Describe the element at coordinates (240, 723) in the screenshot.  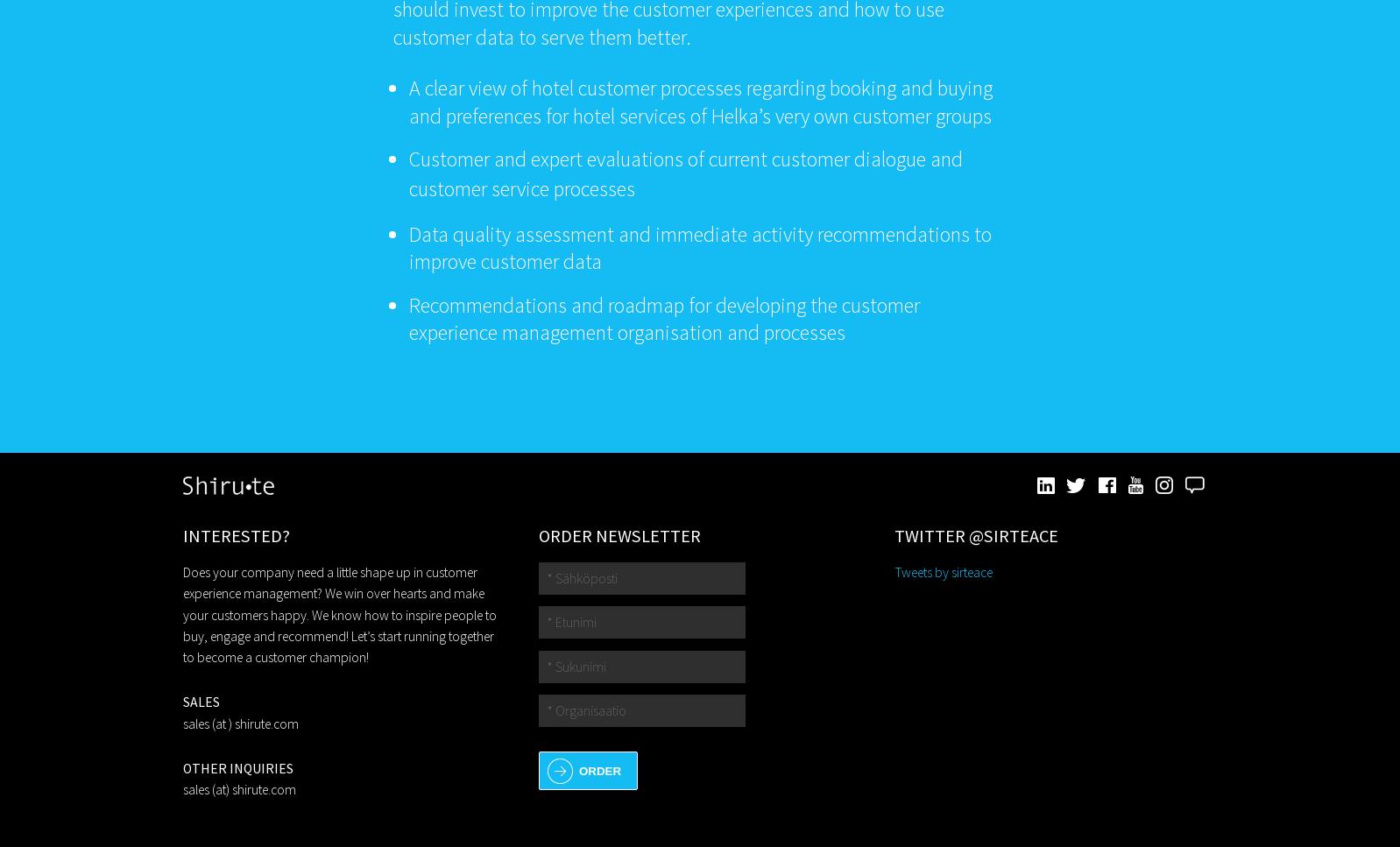
I see `'sales (at ) shirute.com'` at that location.